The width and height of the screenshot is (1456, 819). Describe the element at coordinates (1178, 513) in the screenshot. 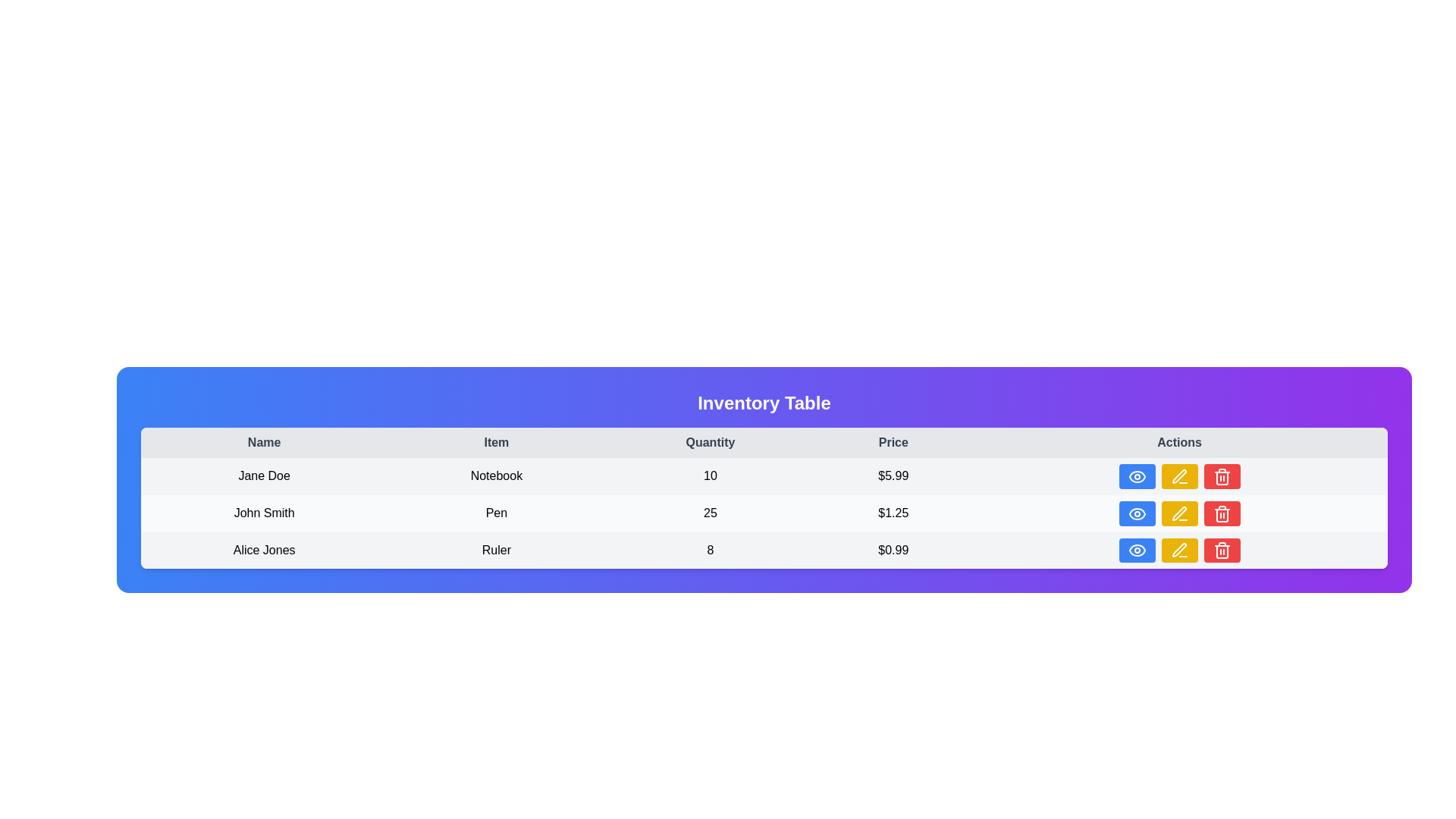

I see `the Edit icon button resembling a pen, located on the yellow button in the Actions column of the second row corresponding to 'John Smith' and 'Pen'` at that location.